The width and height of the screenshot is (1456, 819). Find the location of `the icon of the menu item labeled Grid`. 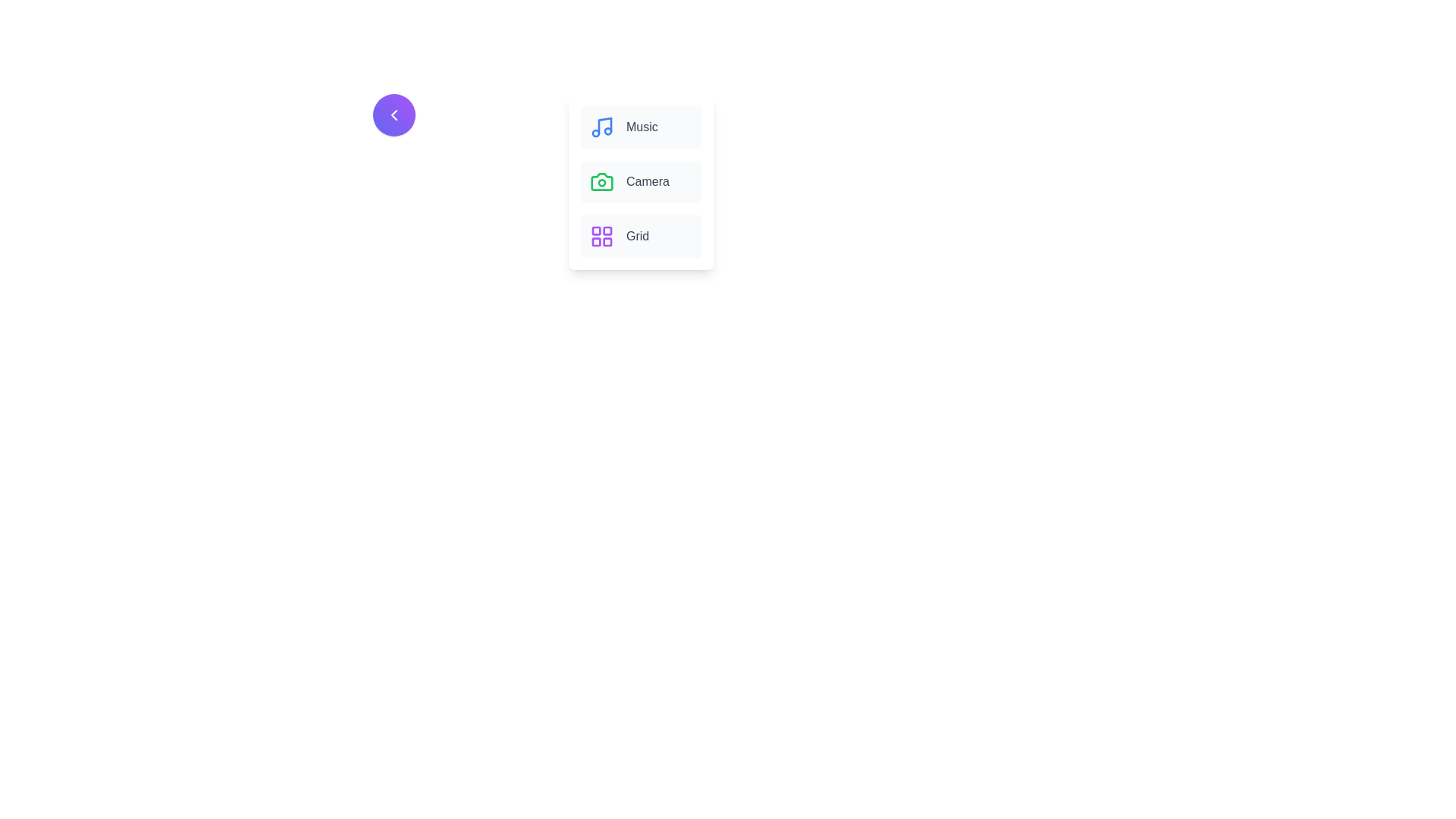

the icon of the menu item labeled Grid is located at coordinates (601, 237).